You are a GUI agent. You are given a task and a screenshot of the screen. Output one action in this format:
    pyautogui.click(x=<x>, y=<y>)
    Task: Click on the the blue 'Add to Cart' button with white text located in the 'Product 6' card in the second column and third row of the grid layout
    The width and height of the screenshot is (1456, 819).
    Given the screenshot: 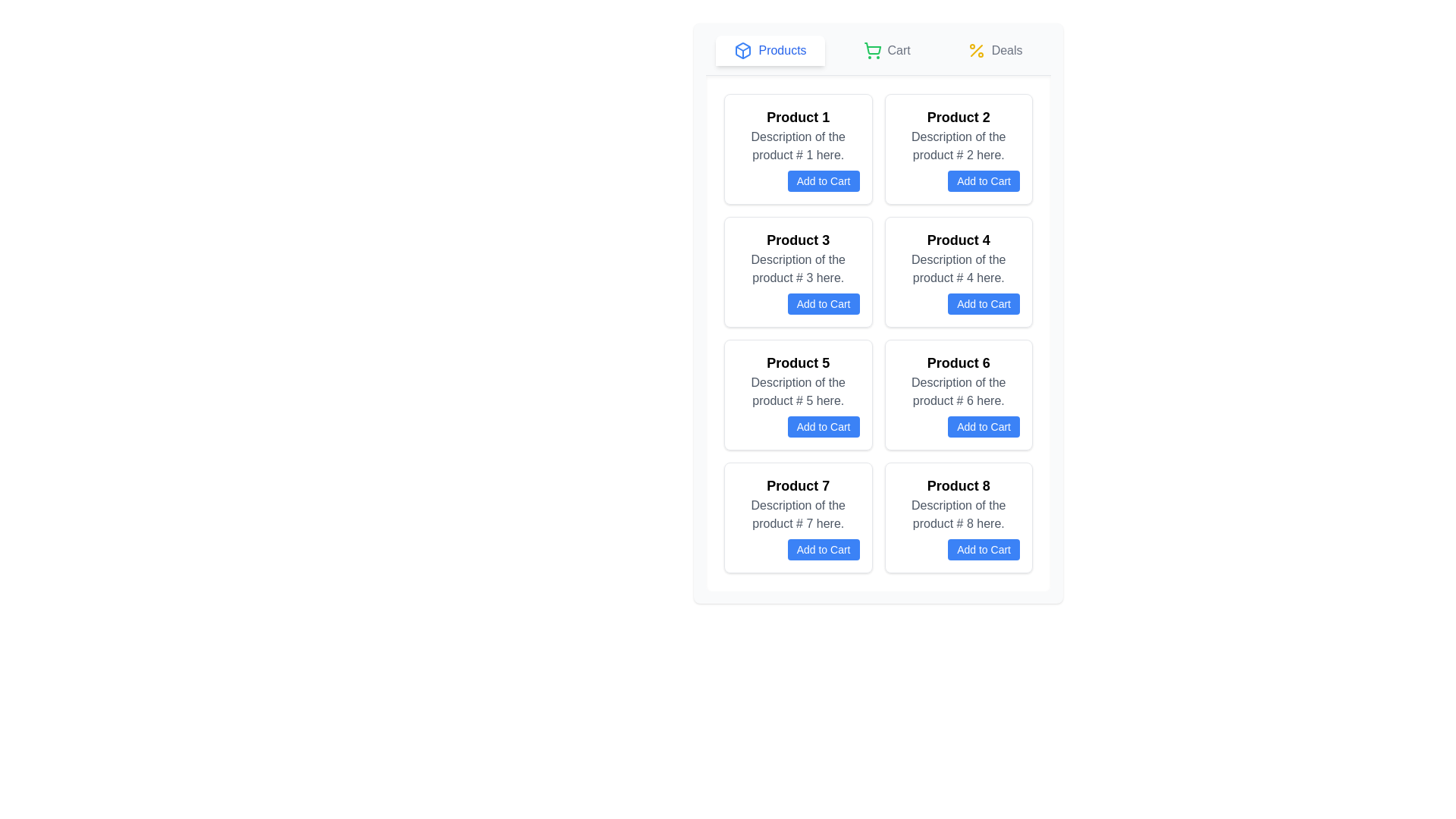 What is the action you would take?
    pyautogui.click(x=984, y=427)
    